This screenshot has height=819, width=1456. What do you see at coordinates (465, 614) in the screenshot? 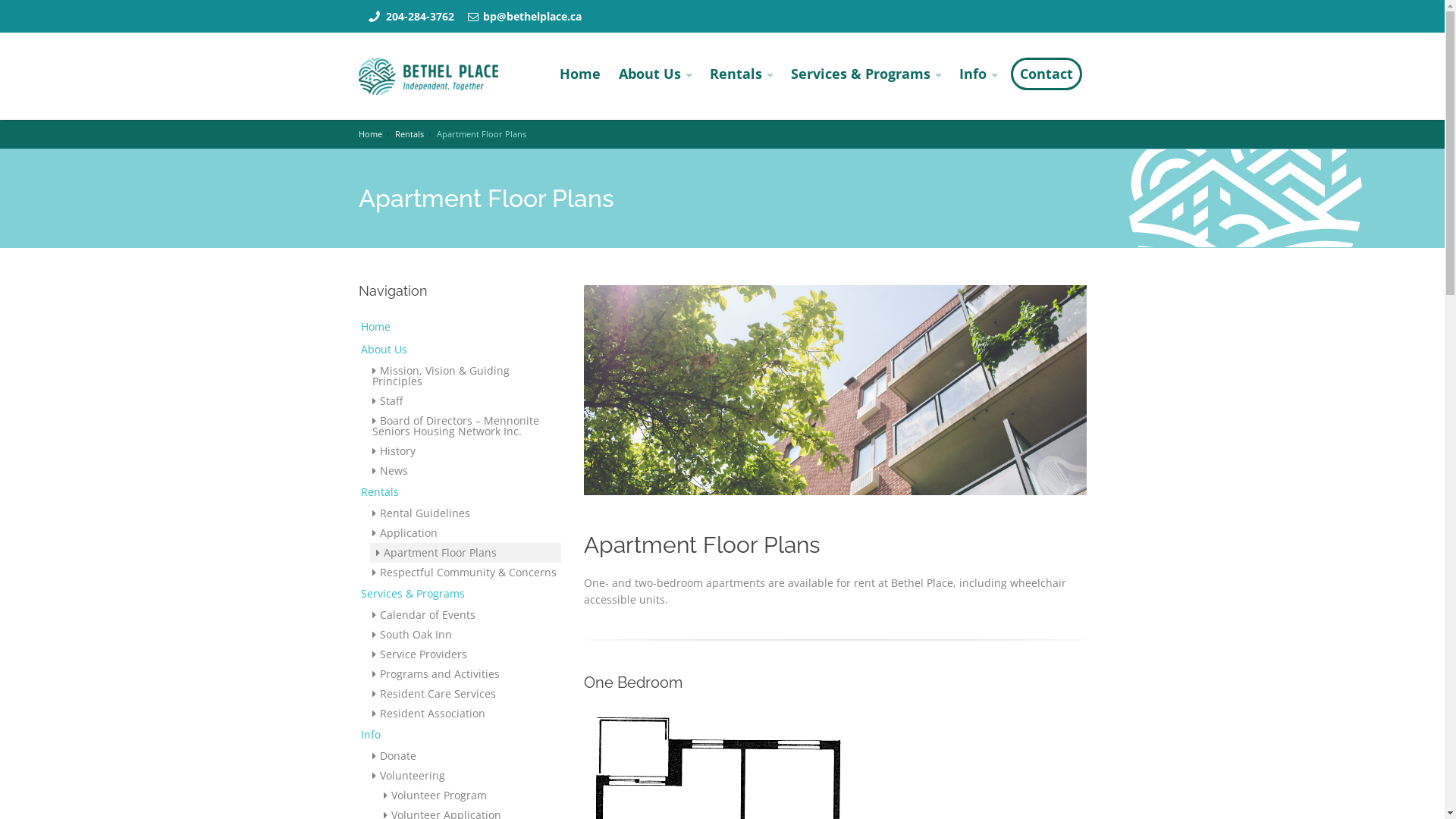
I see `'Calendar of Events'` at bounding box center [465, 614].